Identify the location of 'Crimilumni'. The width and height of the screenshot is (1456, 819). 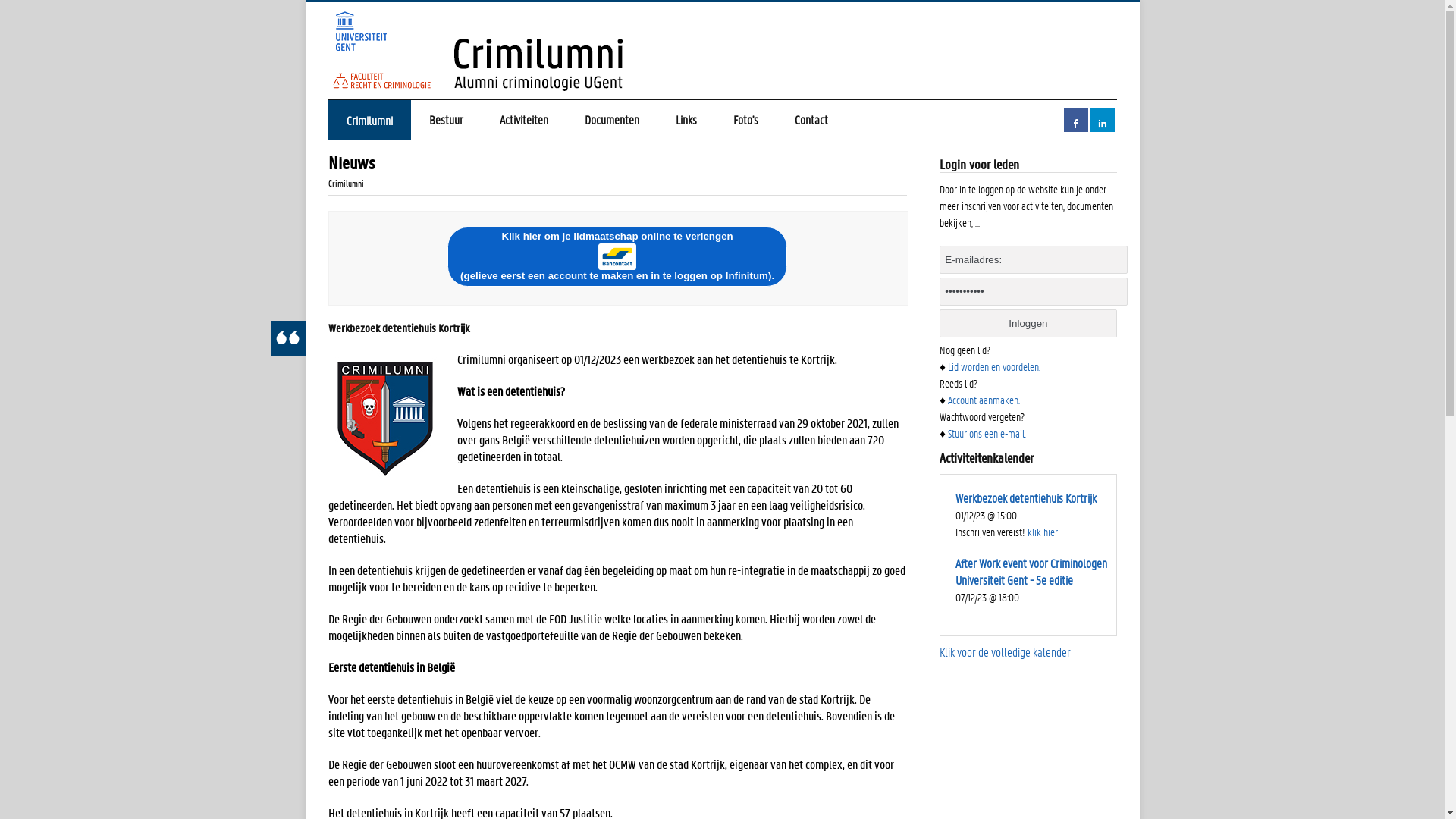
(327, 119).